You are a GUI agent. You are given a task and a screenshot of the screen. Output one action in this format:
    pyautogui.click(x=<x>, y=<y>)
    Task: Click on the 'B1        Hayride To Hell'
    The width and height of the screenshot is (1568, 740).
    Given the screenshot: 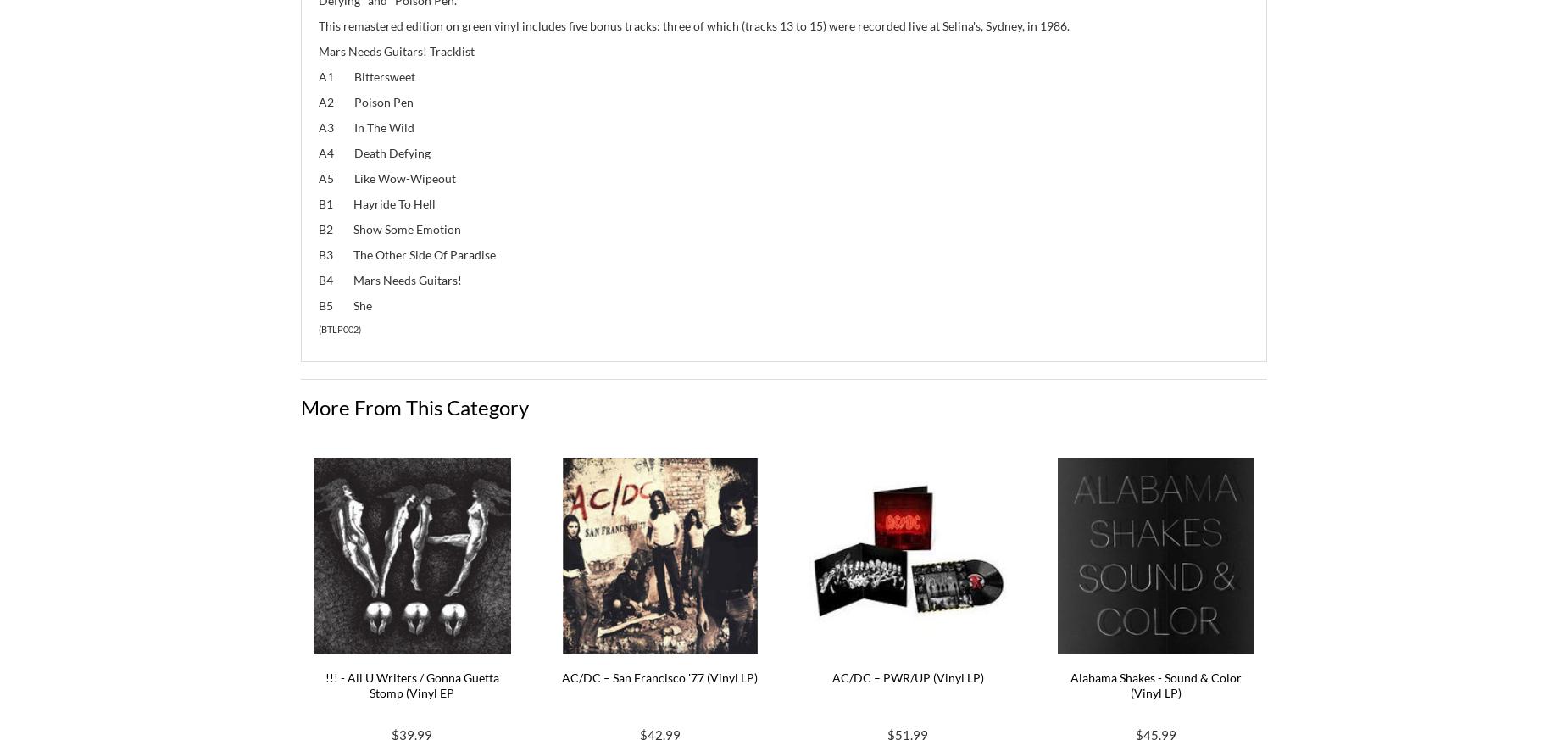 What is the action you would take?
    pyautogui.click(x=375, y=202)
    